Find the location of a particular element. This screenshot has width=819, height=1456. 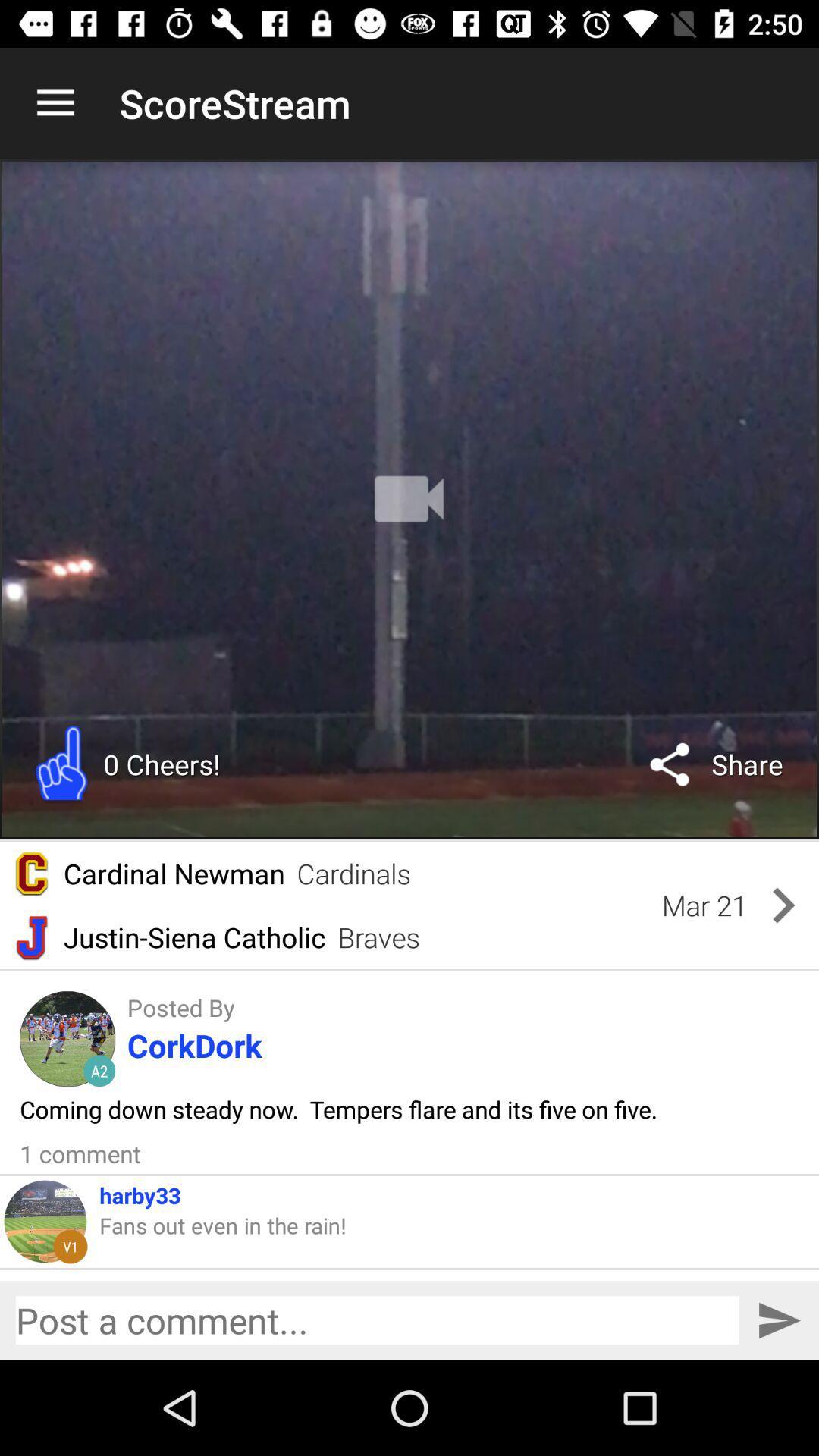

the posted by icon is located at coordinates (180, 1007).